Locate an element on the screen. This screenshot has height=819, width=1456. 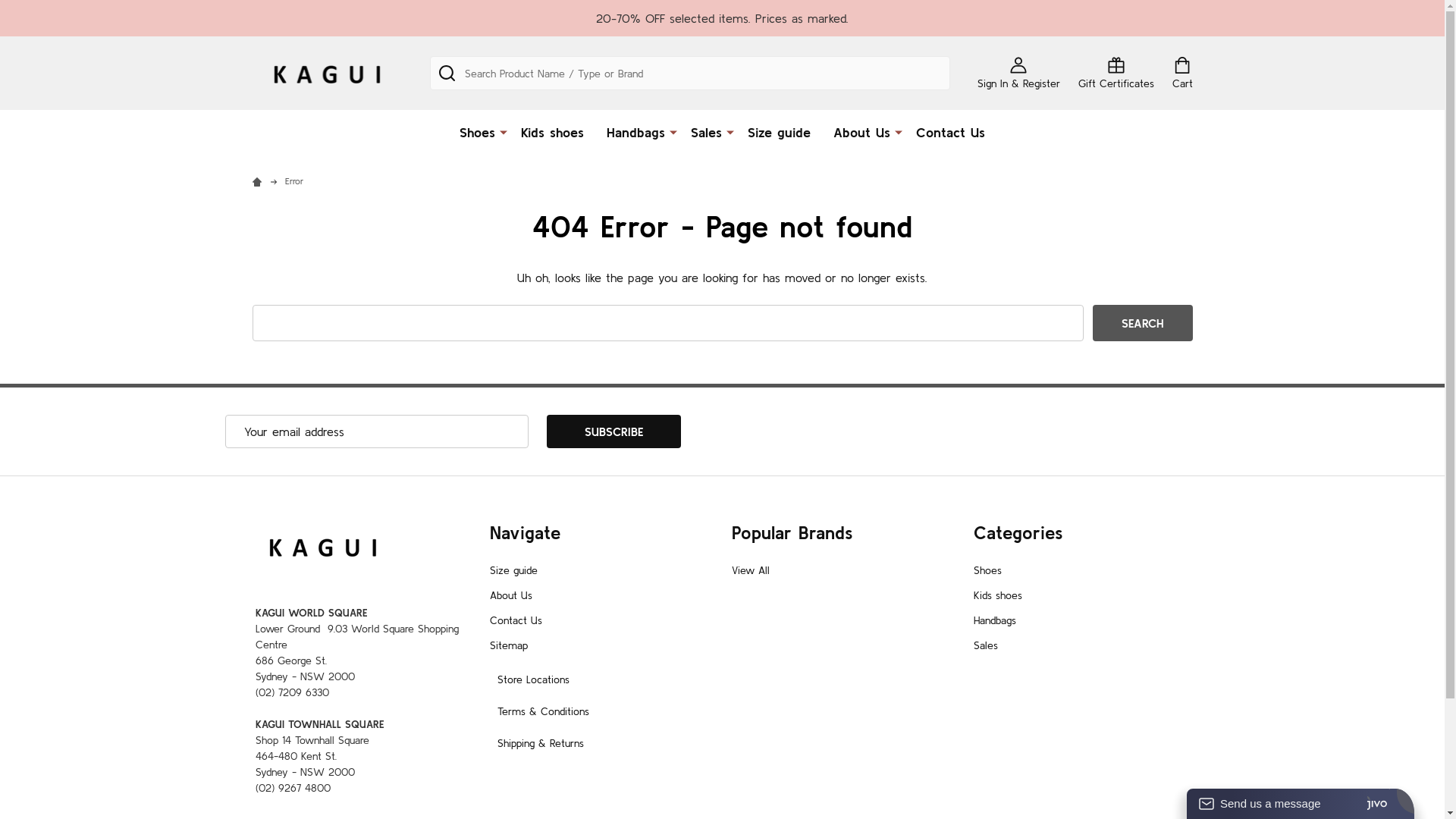
'Shipping & Returns' is located at coordinates (541, 742).